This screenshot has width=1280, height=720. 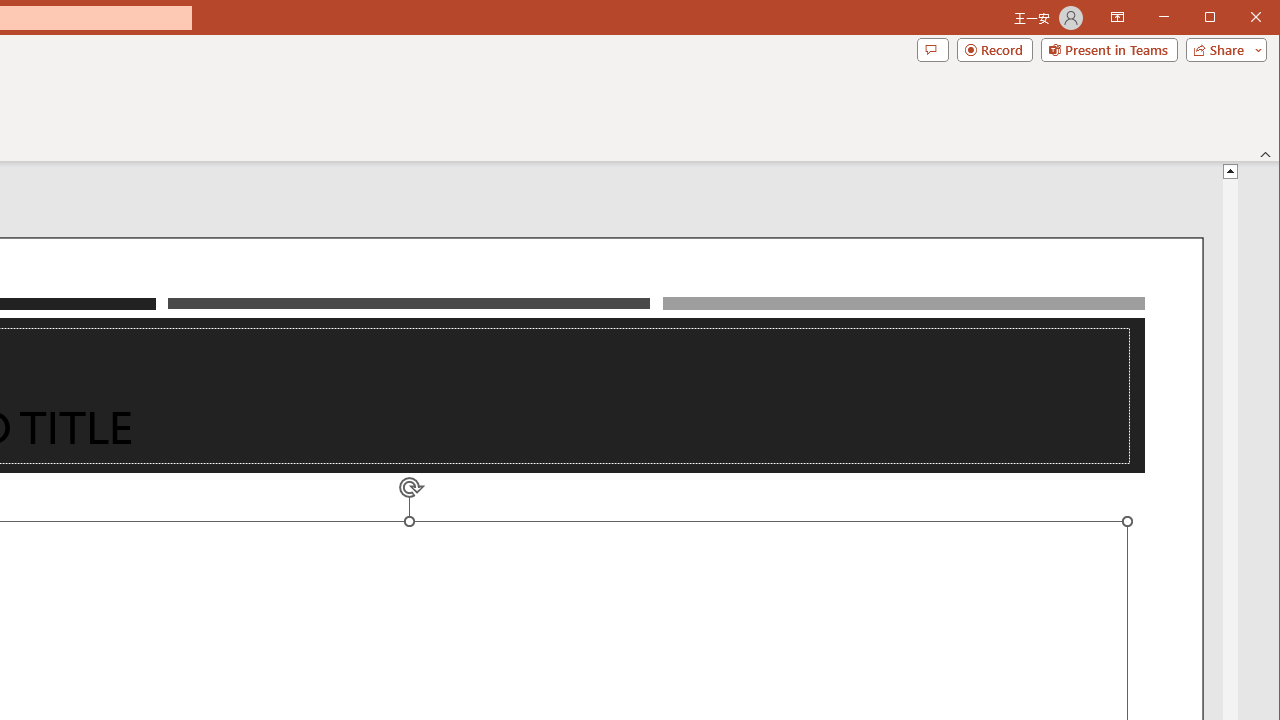 What do you see at coordinates (1265, 153) in the screenshot?
I see `'Collapse the Ribbon'` at bounding box center [1265, 153].